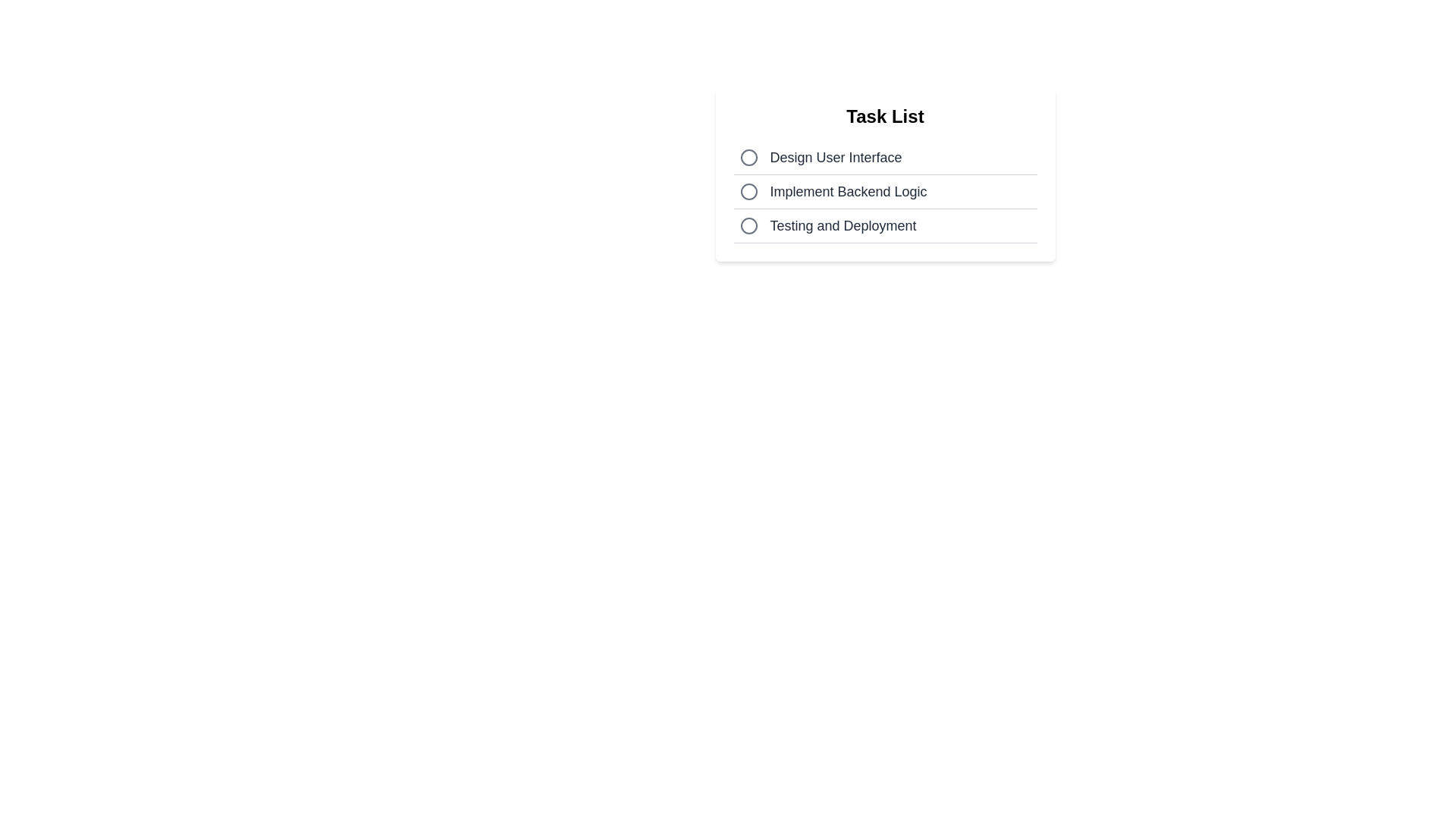  Describe the element at coordinates (748, 158) in the screenshot. I see `the first Selection Indicator (Circle)` at that location.